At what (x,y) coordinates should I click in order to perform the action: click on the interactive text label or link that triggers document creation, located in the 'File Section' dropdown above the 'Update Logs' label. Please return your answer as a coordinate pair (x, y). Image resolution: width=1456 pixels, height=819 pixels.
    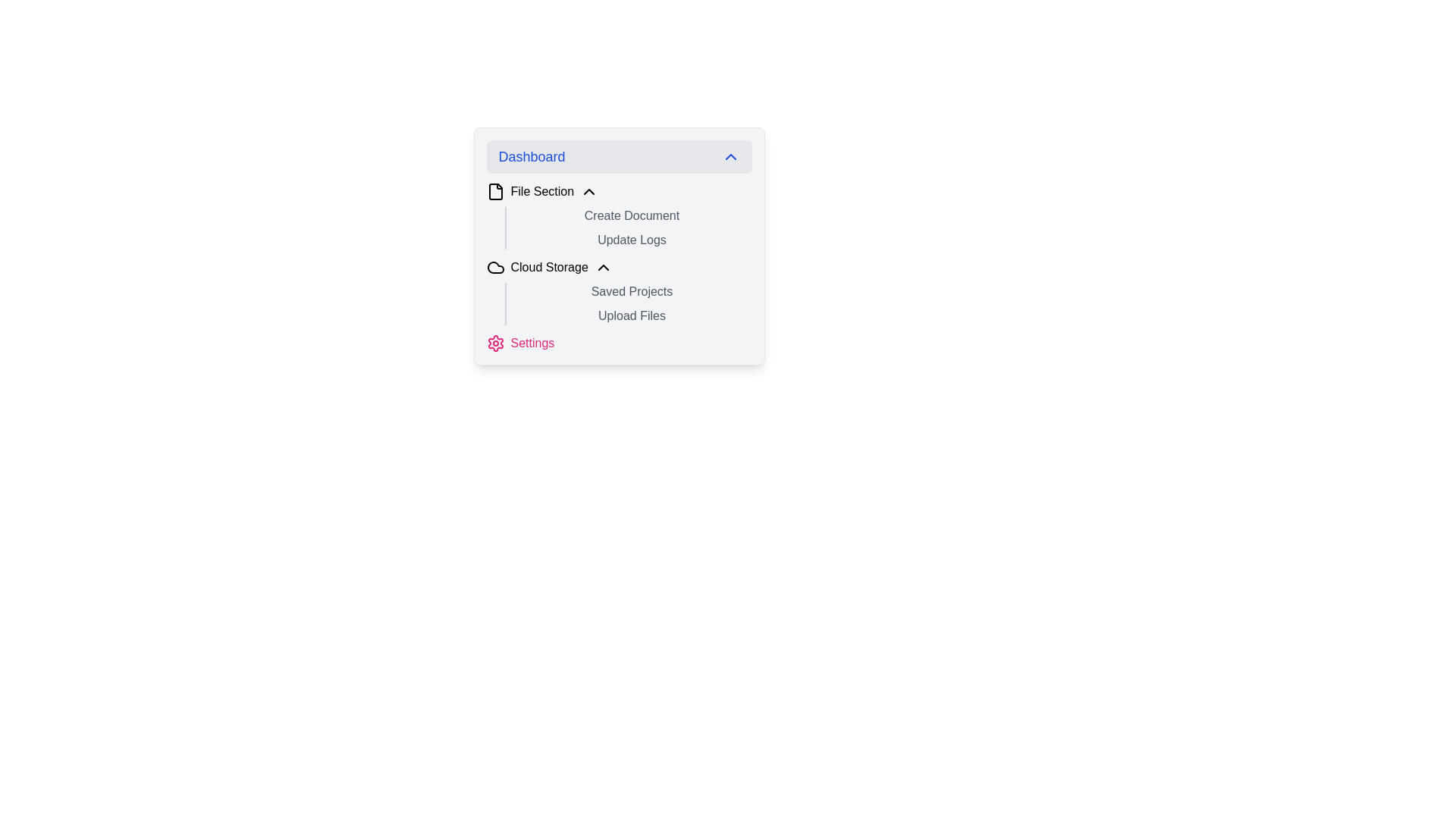
    Looking at the image, I should click on (619, 216).